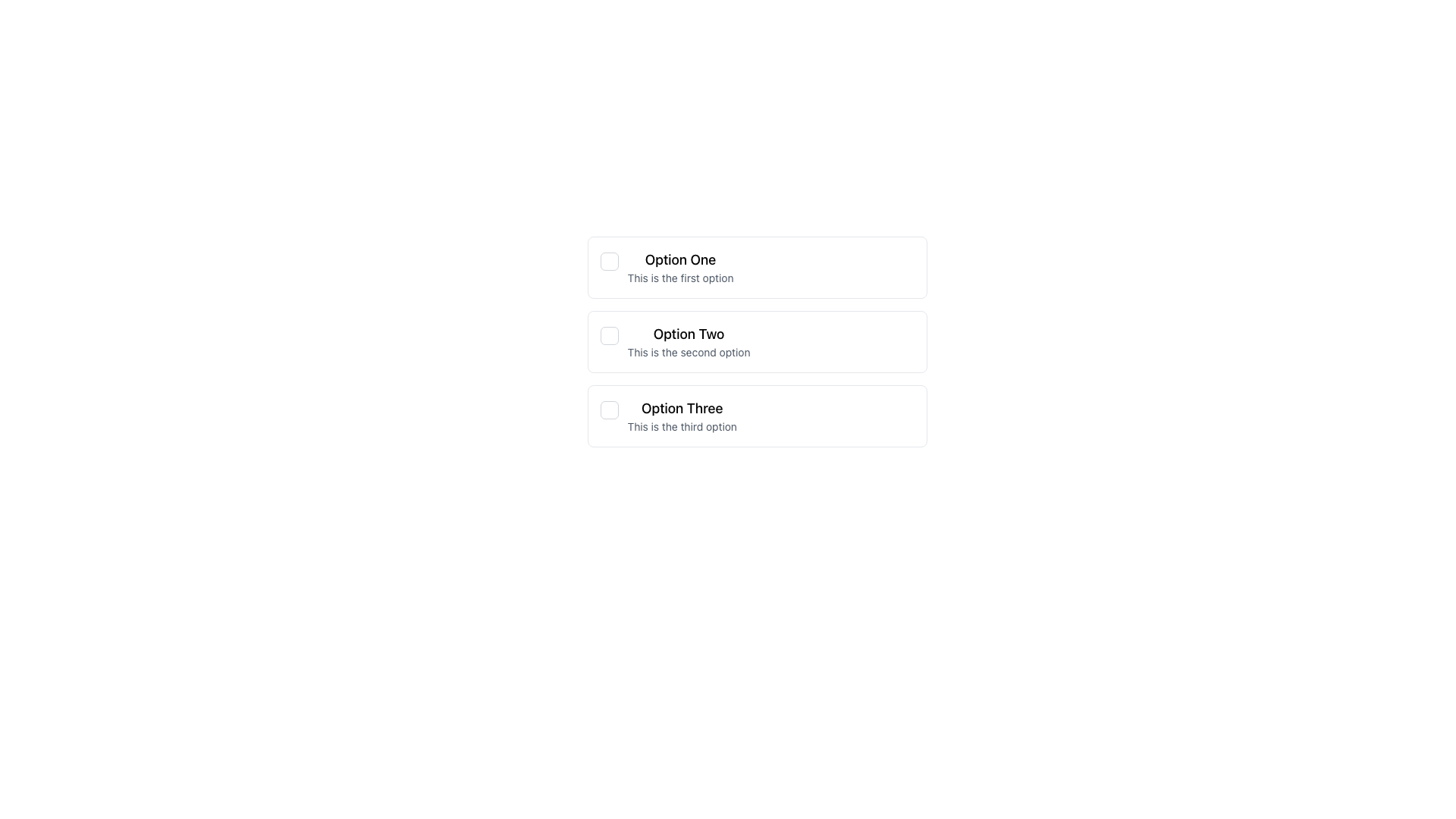 This screenshot has height=819, width=1456. Describe the element at coordinates (679, 259) in the screenshot. I see `the text label indicating the first option in the list, which states 'This is the first option'` at that location.